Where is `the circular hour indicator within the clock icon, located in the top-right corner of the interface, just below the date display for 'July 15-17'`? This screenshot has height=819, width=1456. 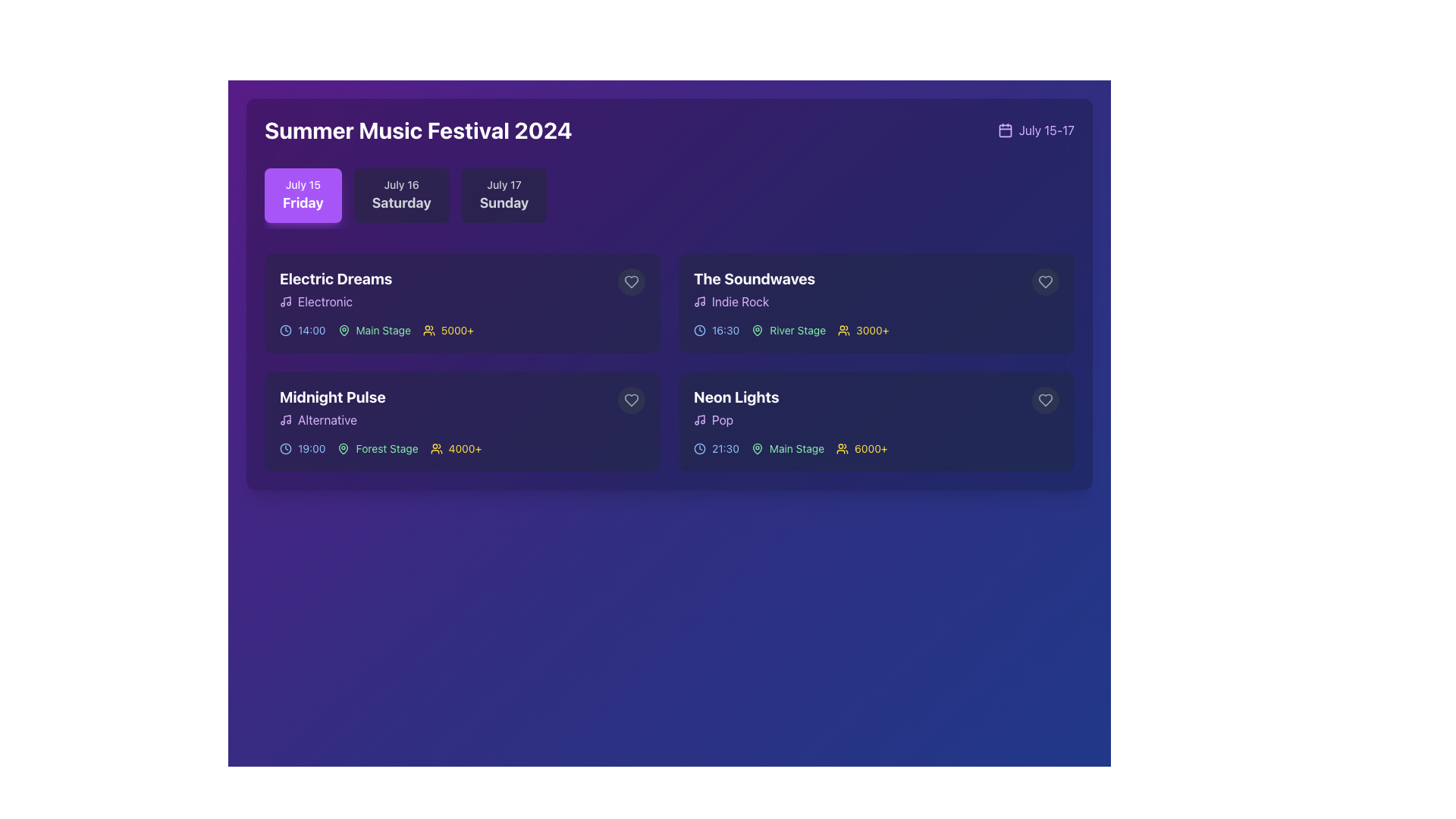
the circular hour indicator within the clock icon, located in the top-right corner of the interface, just below the date display for 'July 15-17' is located at coordinates (286, 329).